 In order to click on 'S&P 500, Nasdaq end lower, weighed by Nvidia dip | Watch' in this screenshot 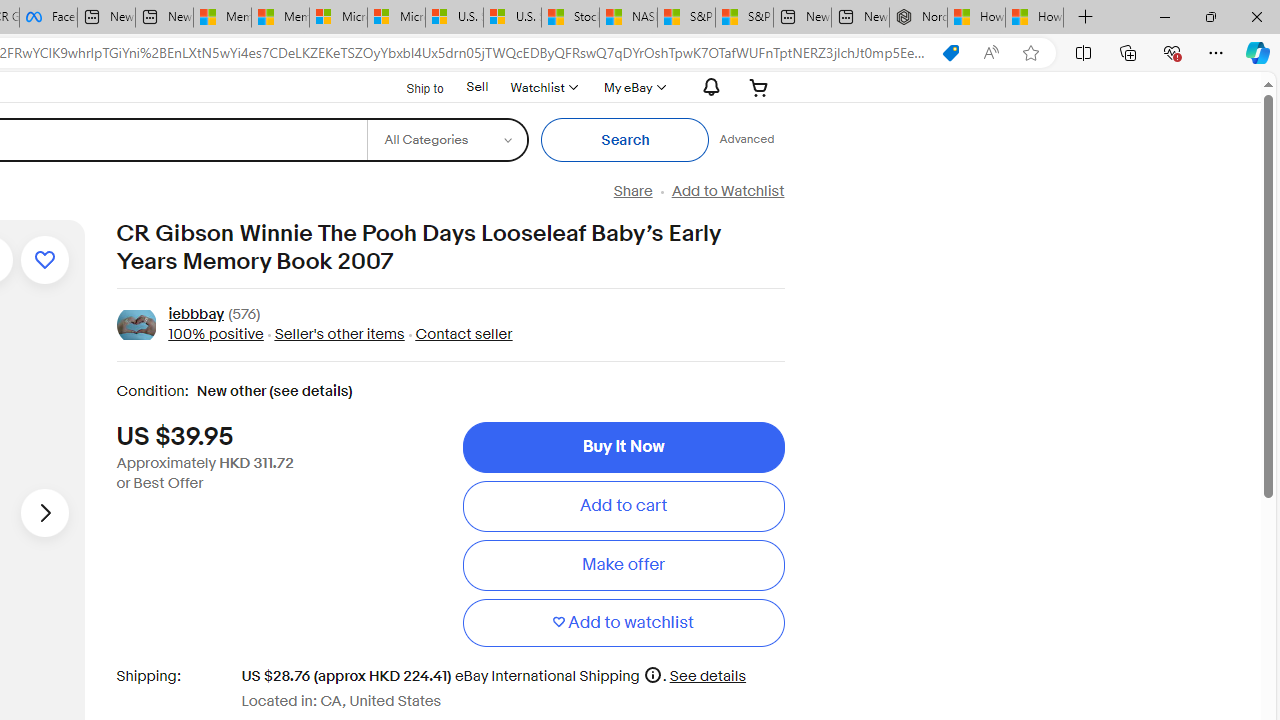, I will do `click(743, 17)`.